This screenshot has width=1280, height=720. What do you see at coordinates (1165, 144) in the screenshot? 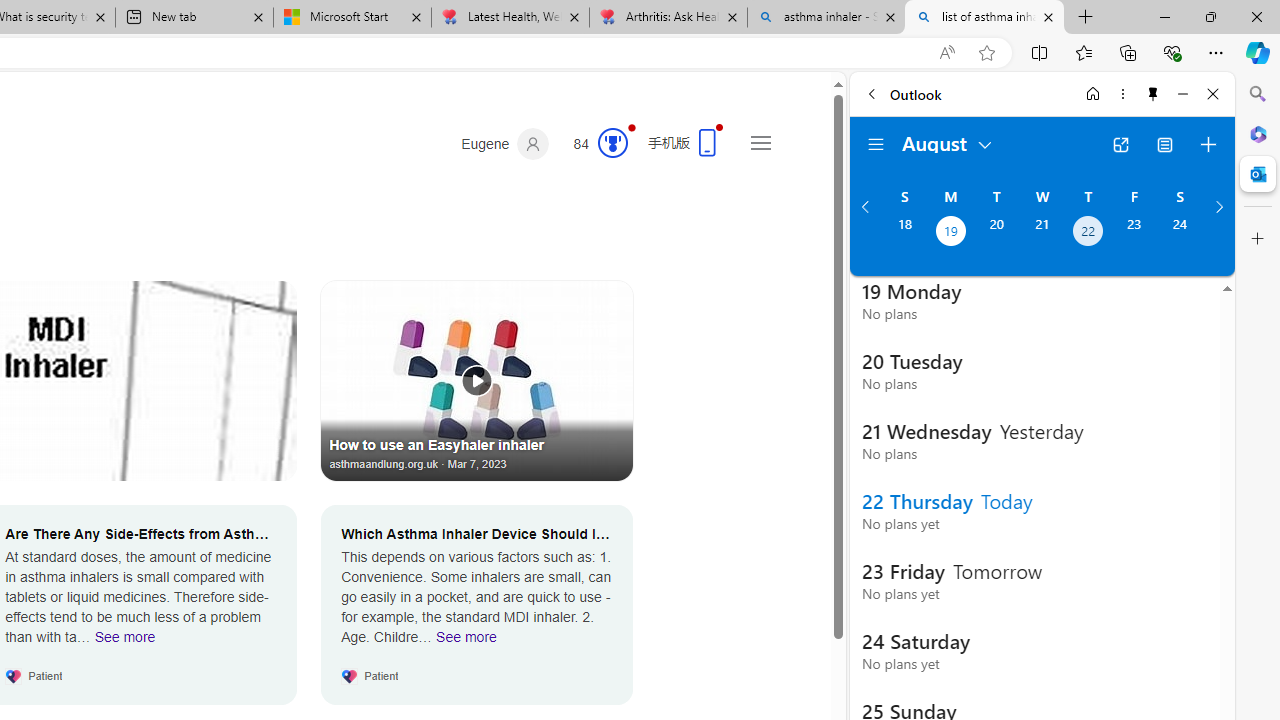
I see `'View Switcher. Current view is Agenda view'` at bounding box center [1165, 144].